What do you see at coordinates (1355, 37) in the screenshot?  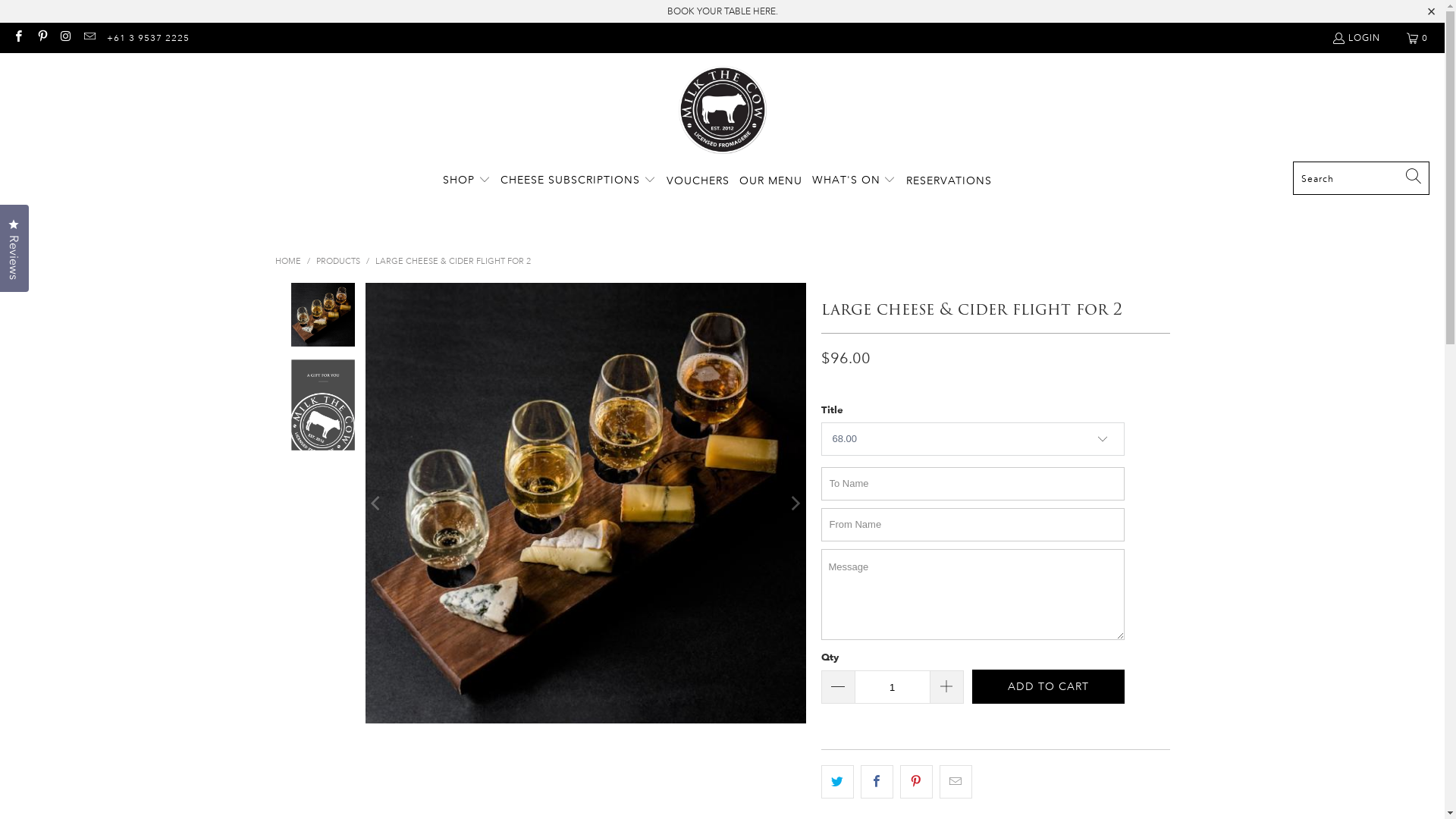 I see `'LOGIN'` at bounding box center [1355, 37].